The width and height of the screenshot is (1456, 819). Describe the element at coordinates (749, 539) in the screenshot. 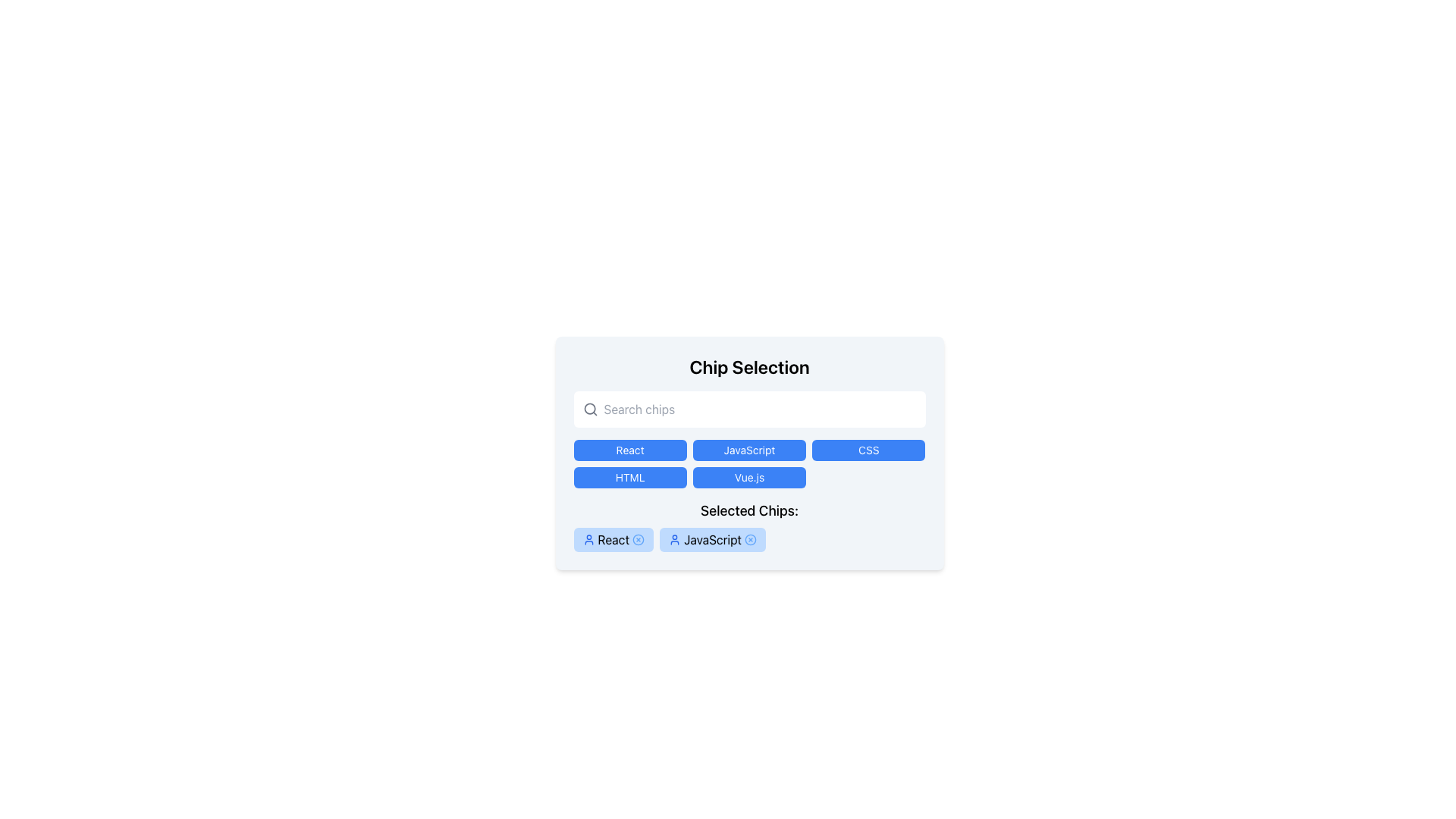

I see `the selected chips, currently displaying 'React' and 'JavaScript'` at that location.